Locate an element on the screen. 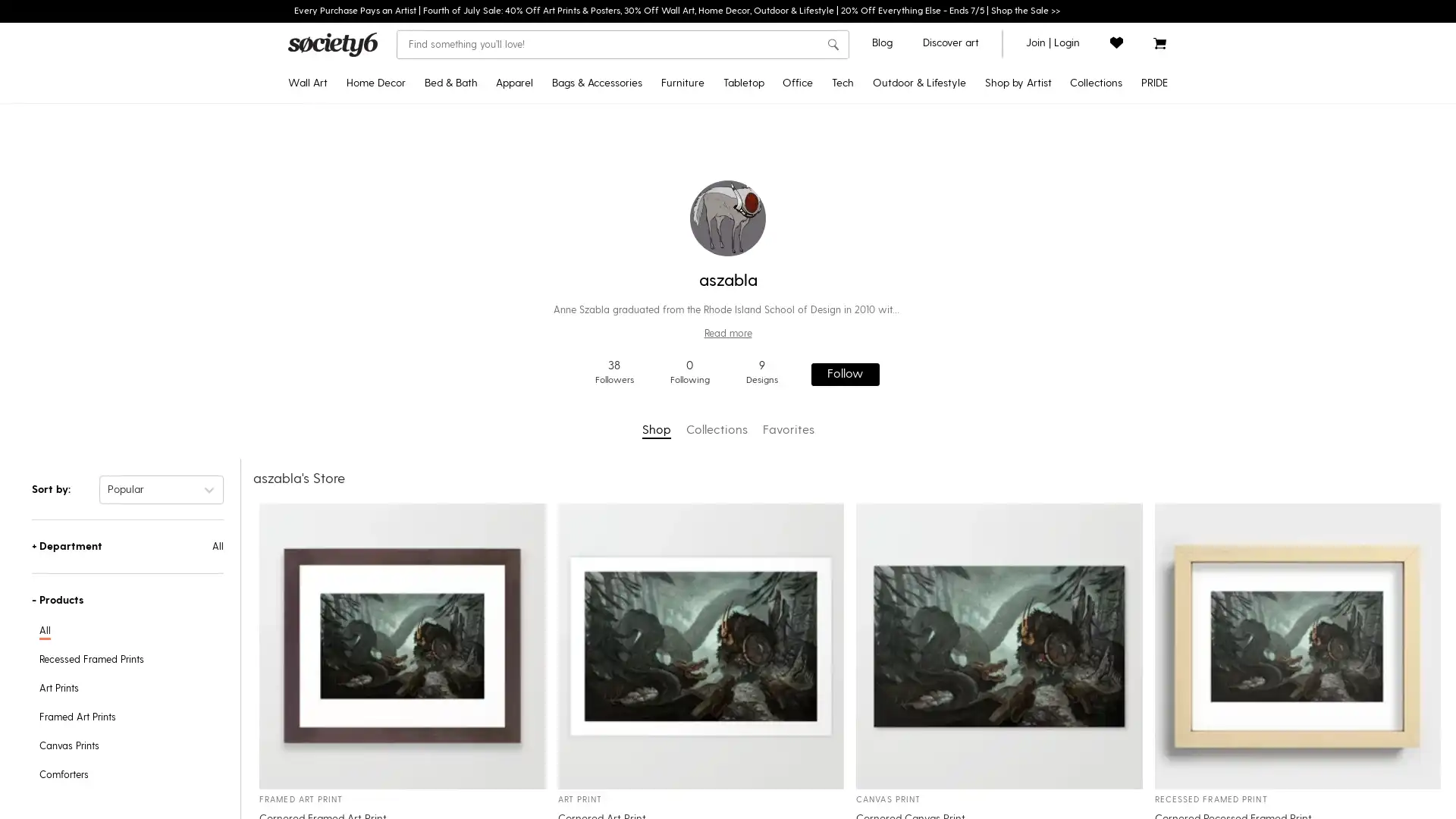 The height and width of the screenshot is (819, 1456). Portraiture is located at coordinates (1040, 317).